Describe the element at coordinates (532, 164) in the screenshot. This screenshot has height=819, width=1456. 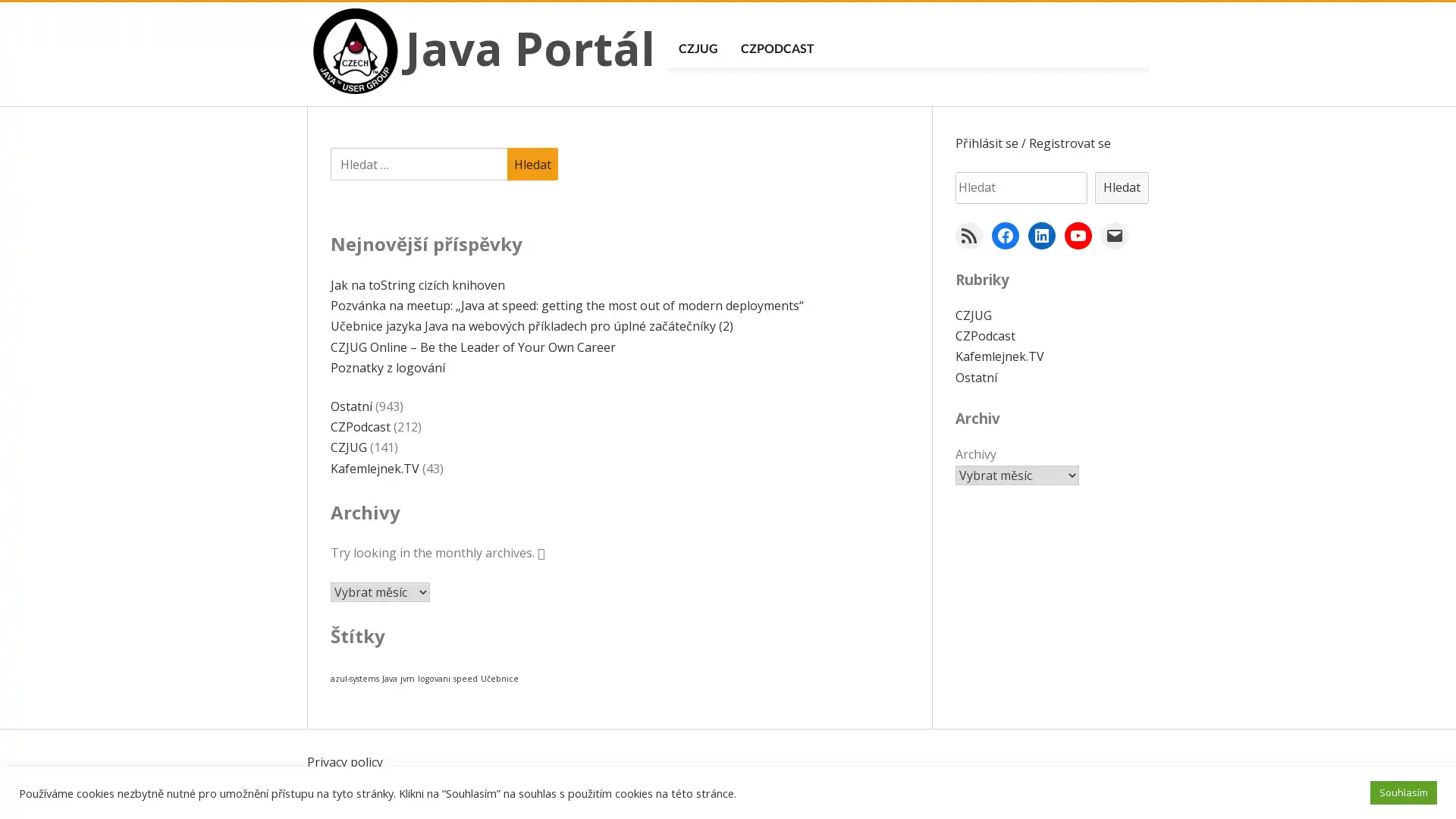
I see `Hledat` at that location.